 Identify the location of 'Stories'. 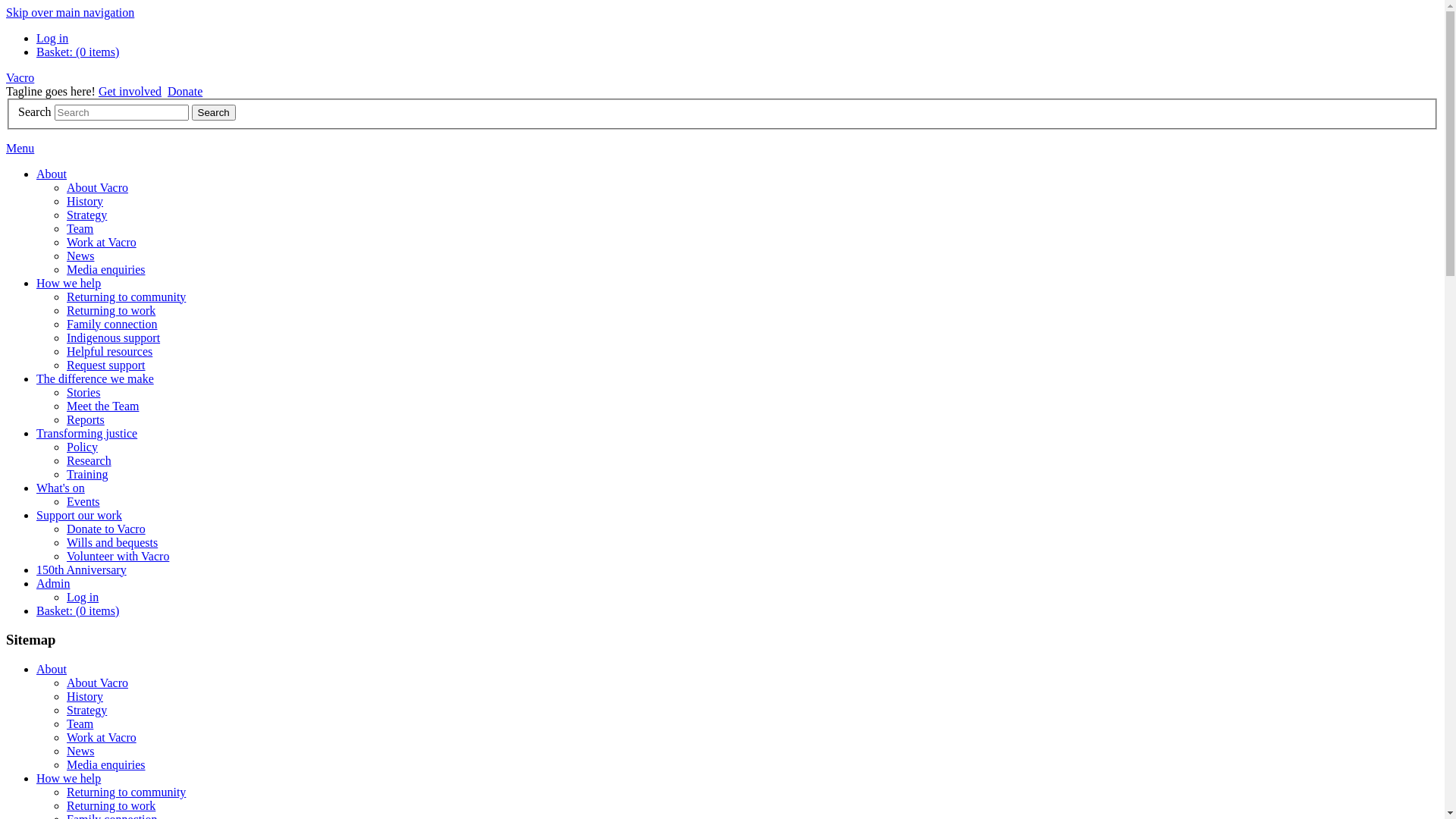
(83, 391).